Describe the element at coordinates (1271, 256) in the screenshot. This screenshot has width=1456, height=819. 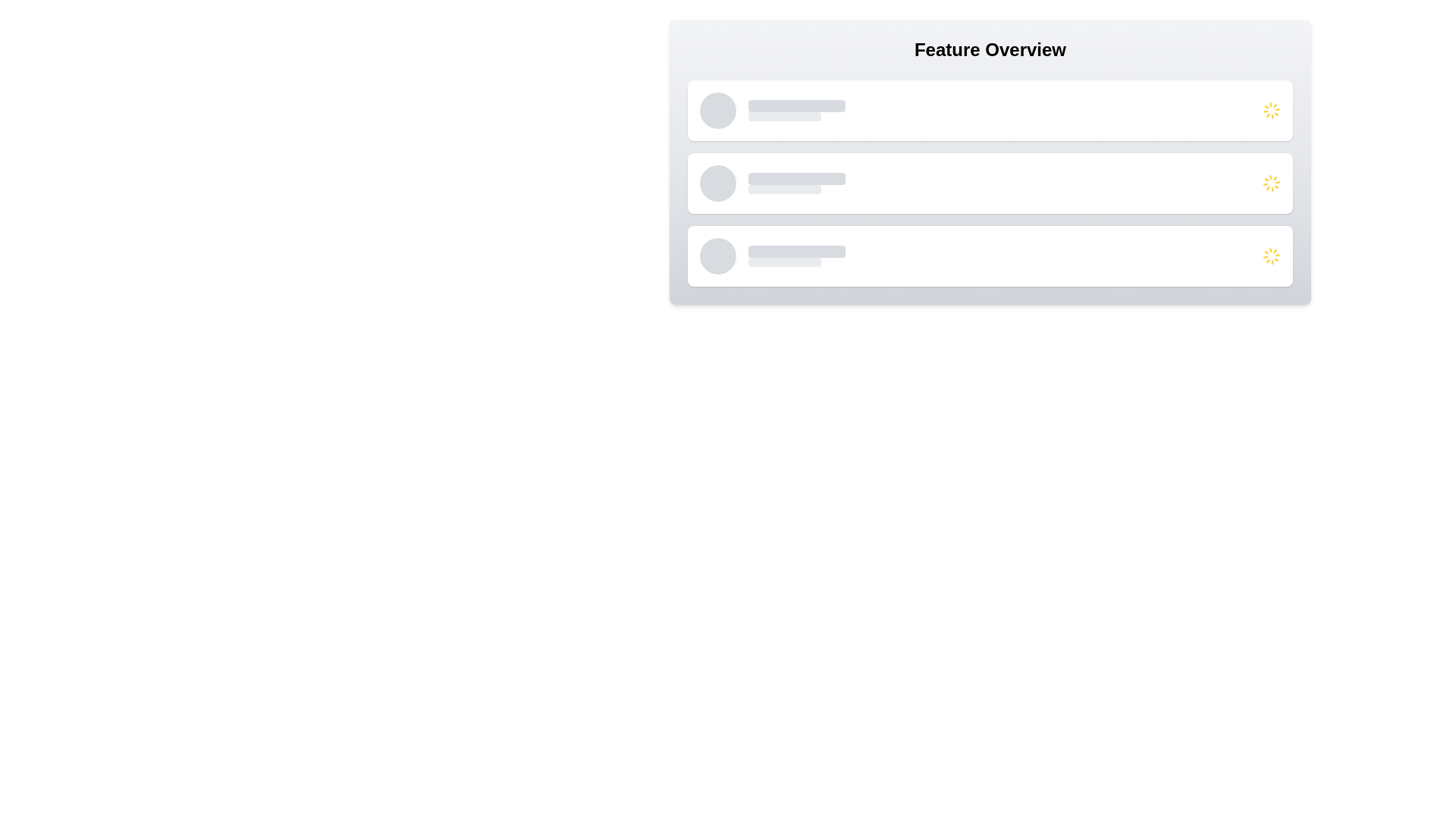
I see `the spinning motion of the yellow spinning loader icon located on the right side of the third card in a vertical list of cards` at that location.